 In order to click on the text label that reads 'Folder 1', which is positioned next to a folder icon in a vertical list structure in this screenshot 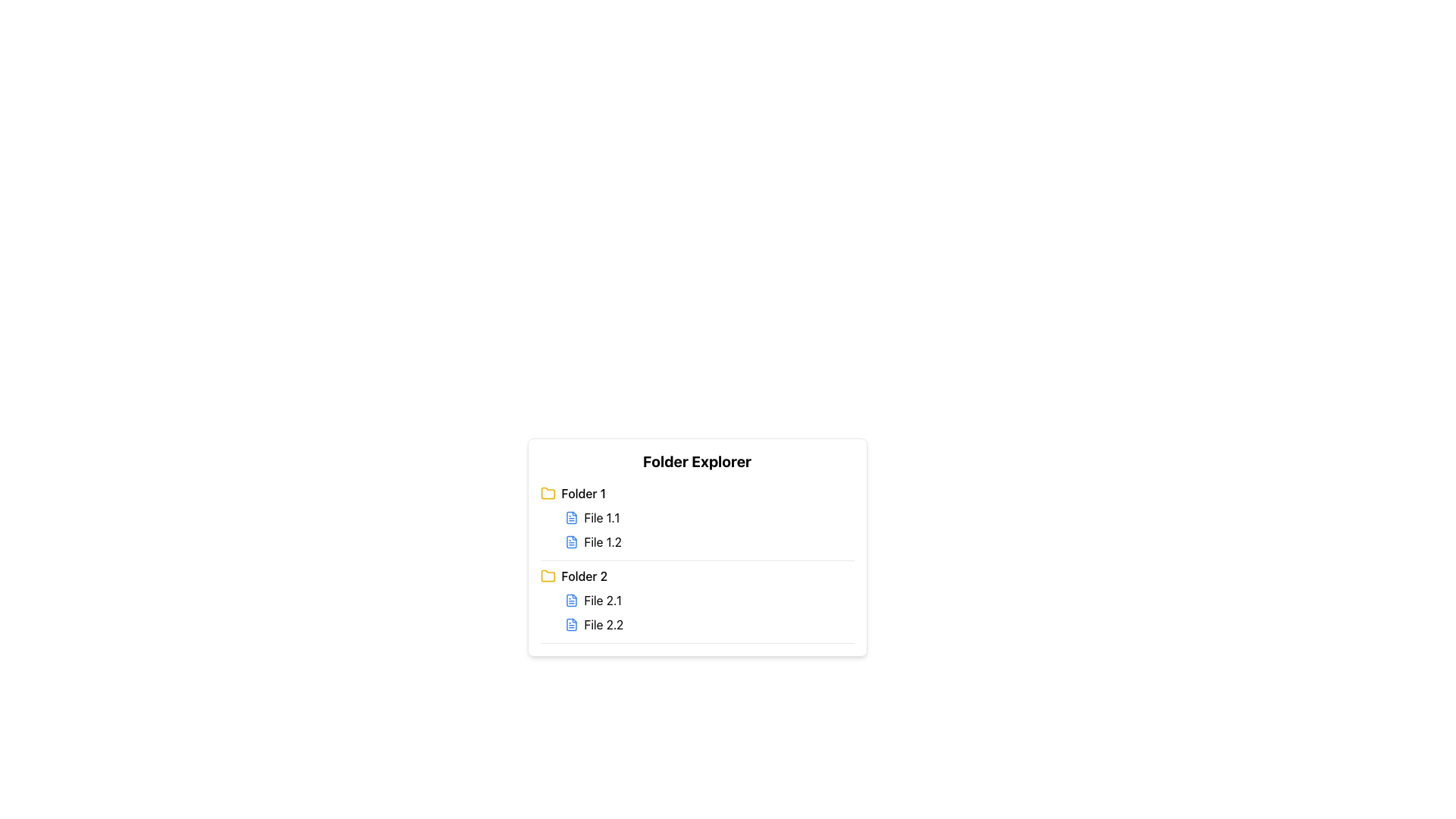, I will do `click(582, 494)`.